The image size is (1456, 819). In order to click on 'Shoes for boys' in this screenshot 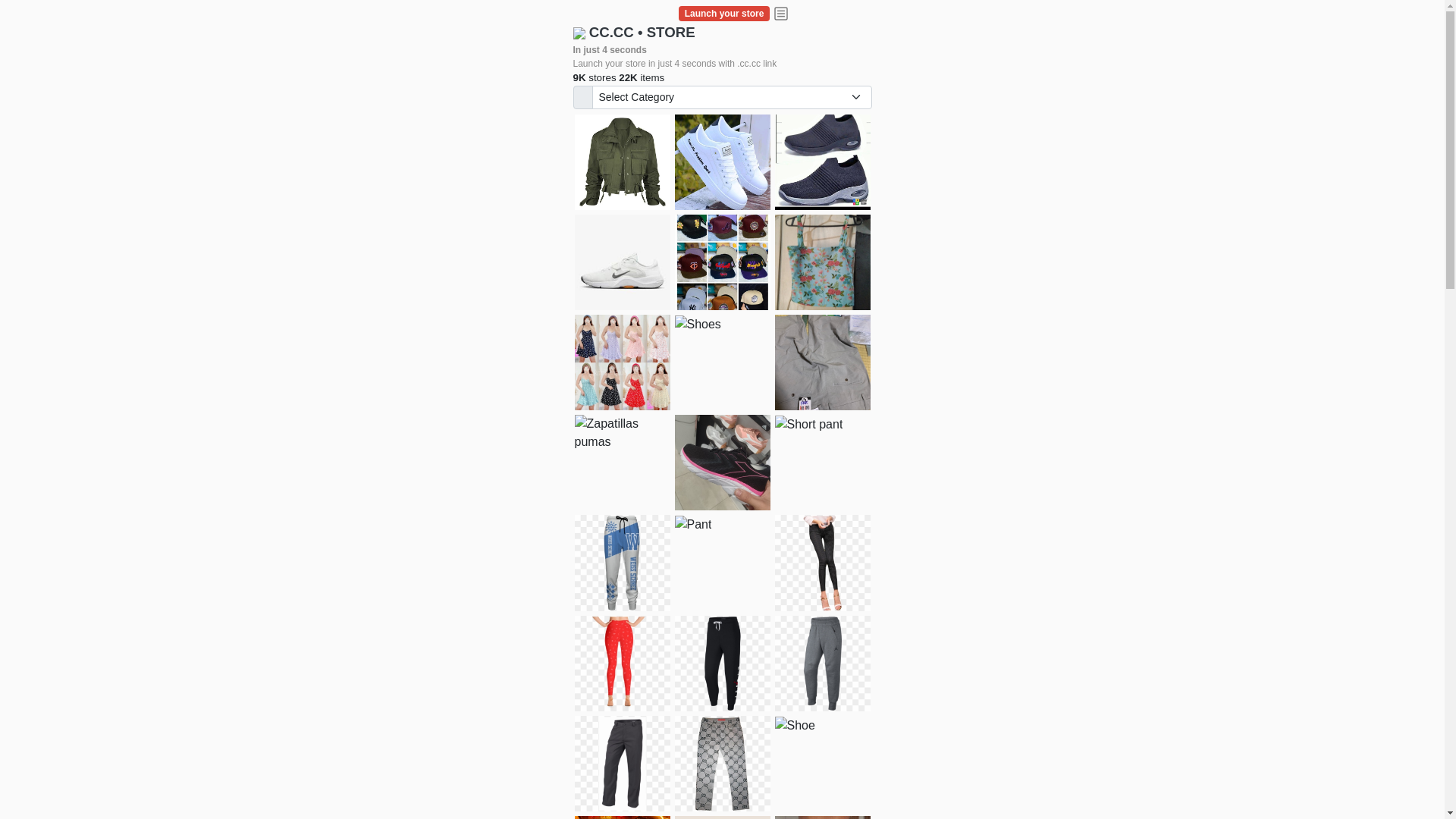, I will do `click(574, 262)`.